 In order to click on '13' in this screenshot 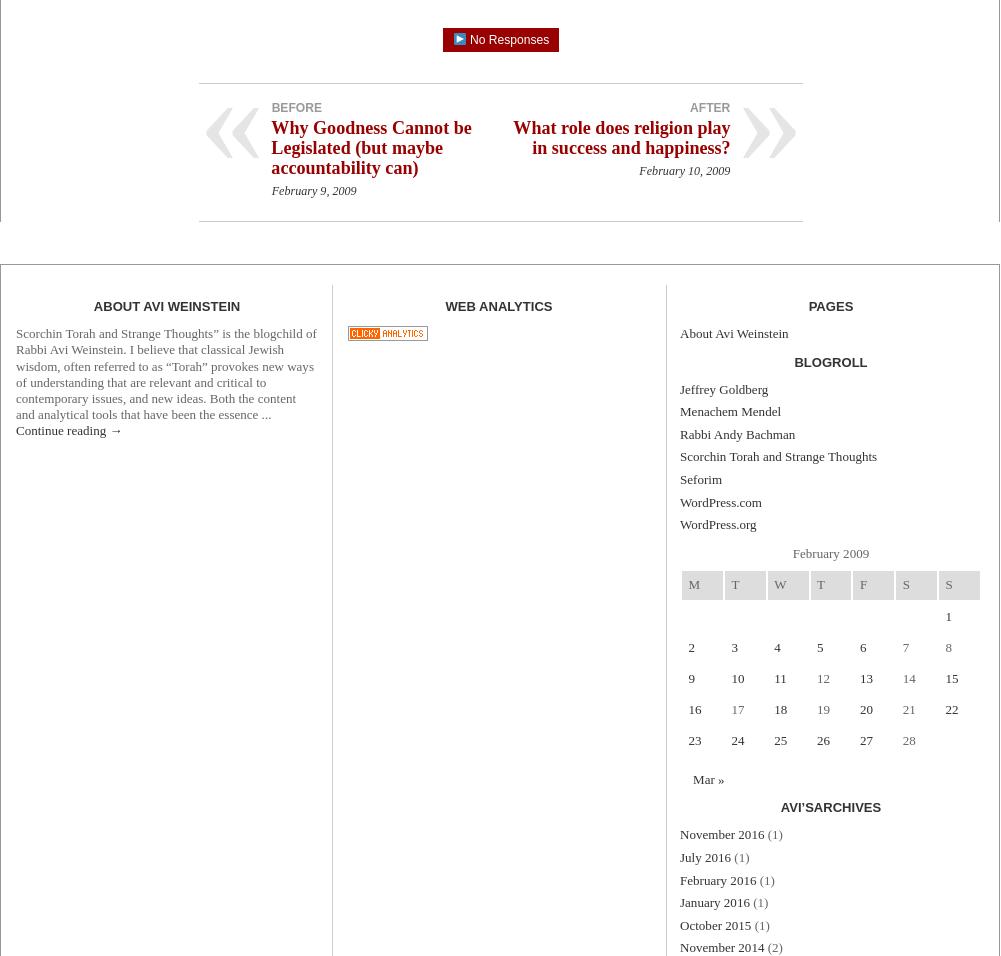, I will do `click(865, 677)`.